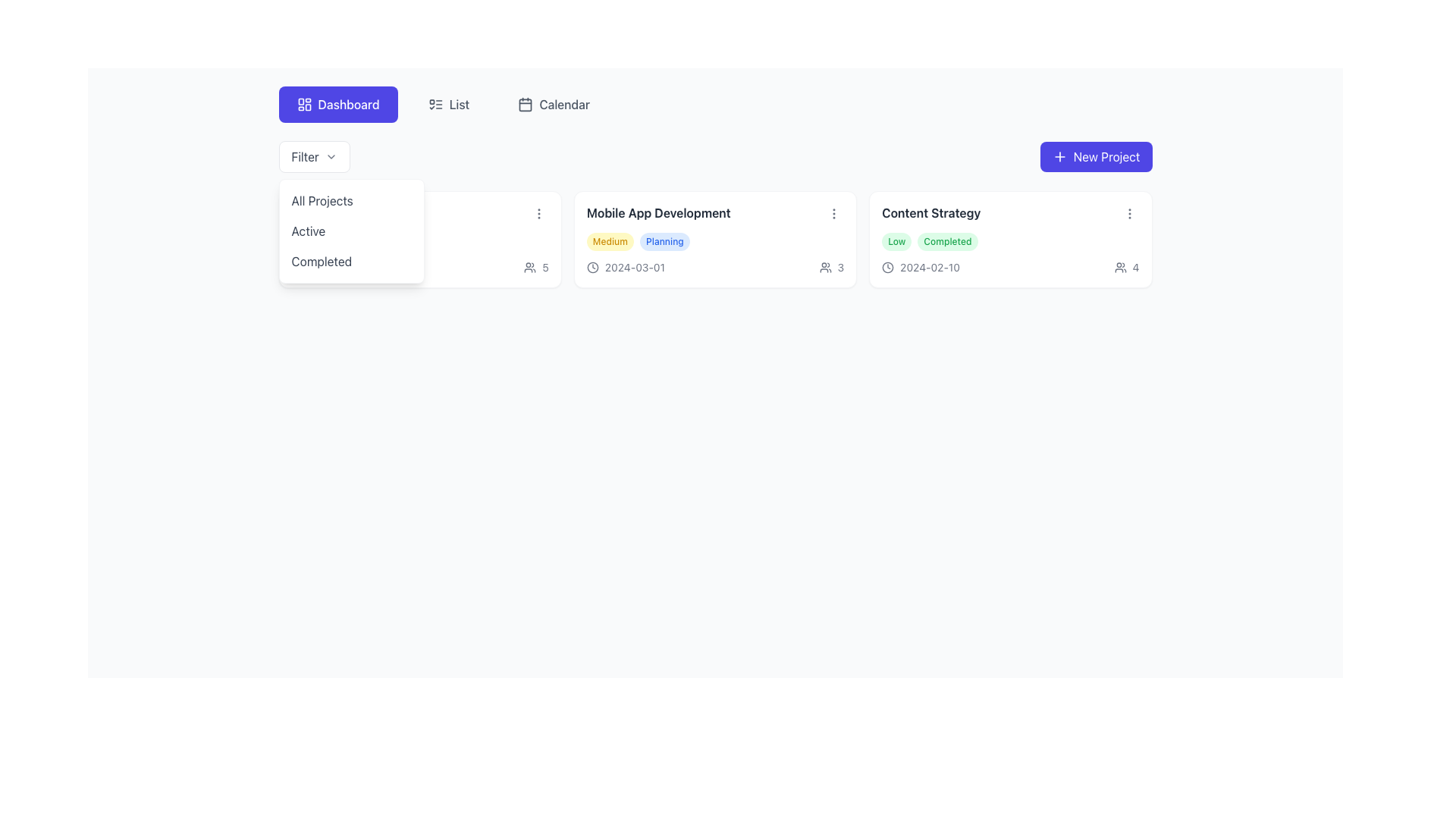 The width and height of the screenshot is (1456, 819). What do you see at coordinates (1096, 157) in the screenshot?
I see `the button located in the top-right corner of the interface` at bounding box center [1096, 157].